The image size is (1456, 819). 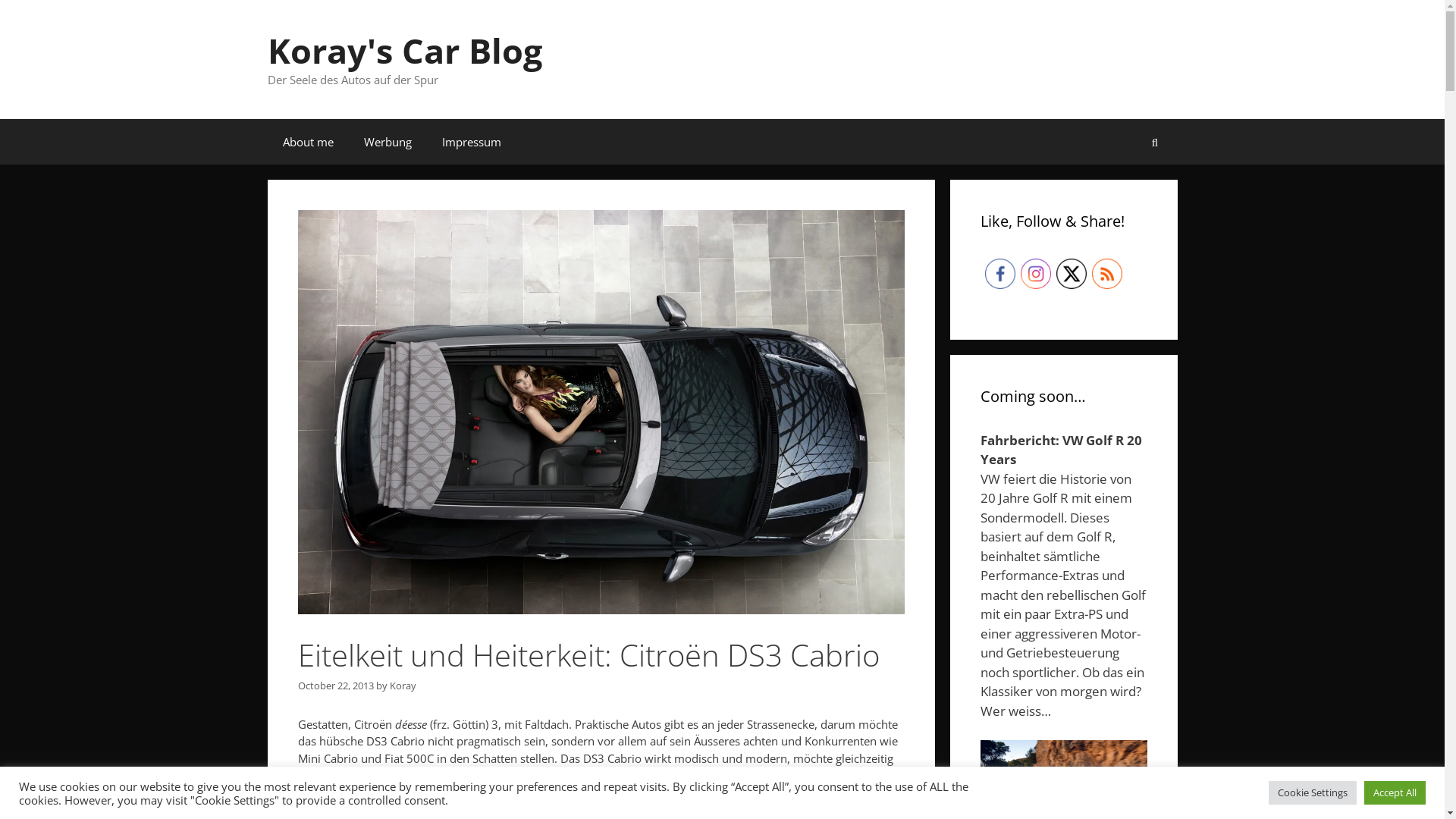 What do you see at coordinates (1312, 792) in the screenshot?
I see `'Cookie Settings'` at bounding box center [1312, 792].